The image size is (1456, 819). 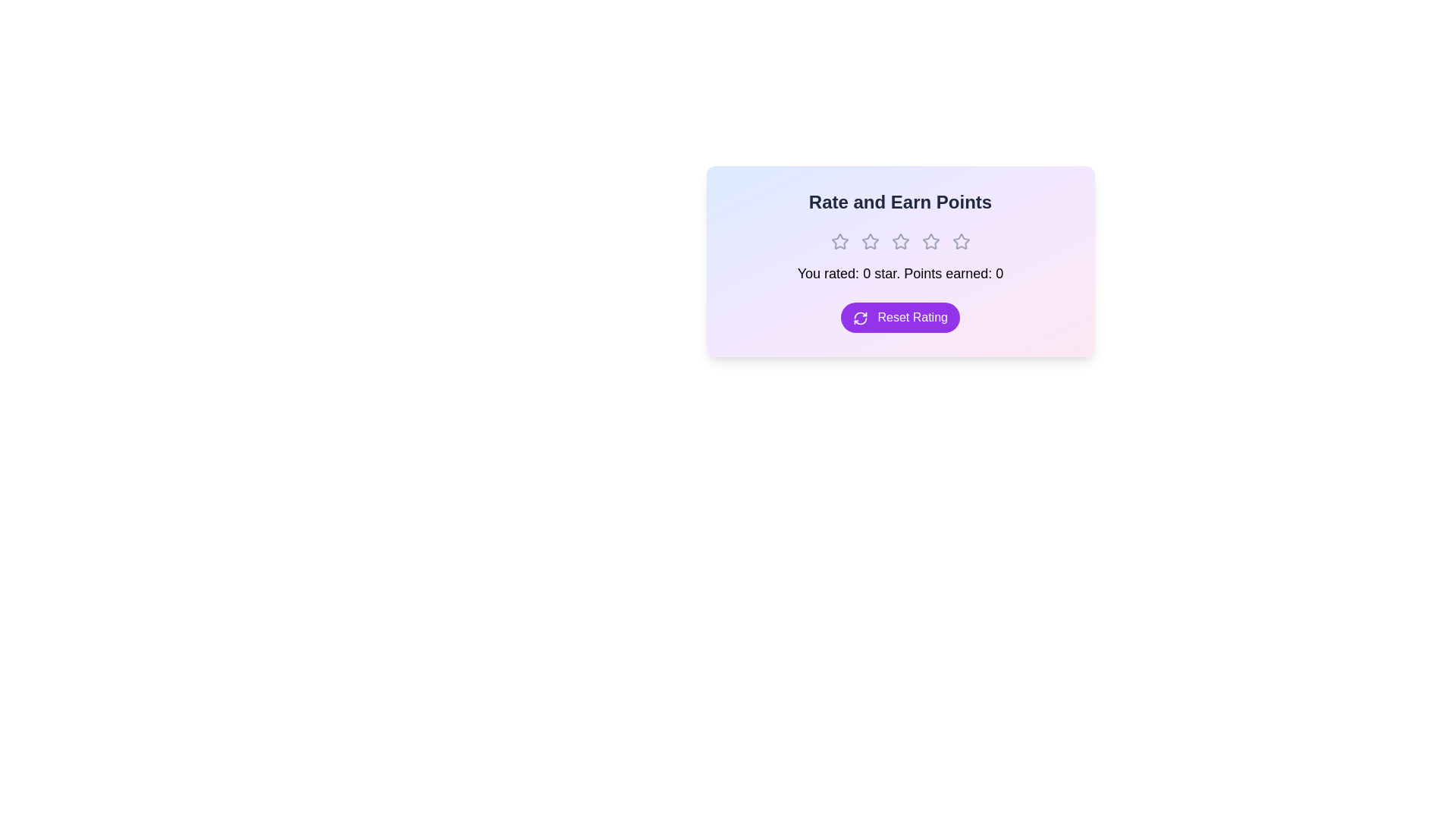 I want to click on the rating to 3 stars by clicking on the corresponding star, so click(x=900, y=241).